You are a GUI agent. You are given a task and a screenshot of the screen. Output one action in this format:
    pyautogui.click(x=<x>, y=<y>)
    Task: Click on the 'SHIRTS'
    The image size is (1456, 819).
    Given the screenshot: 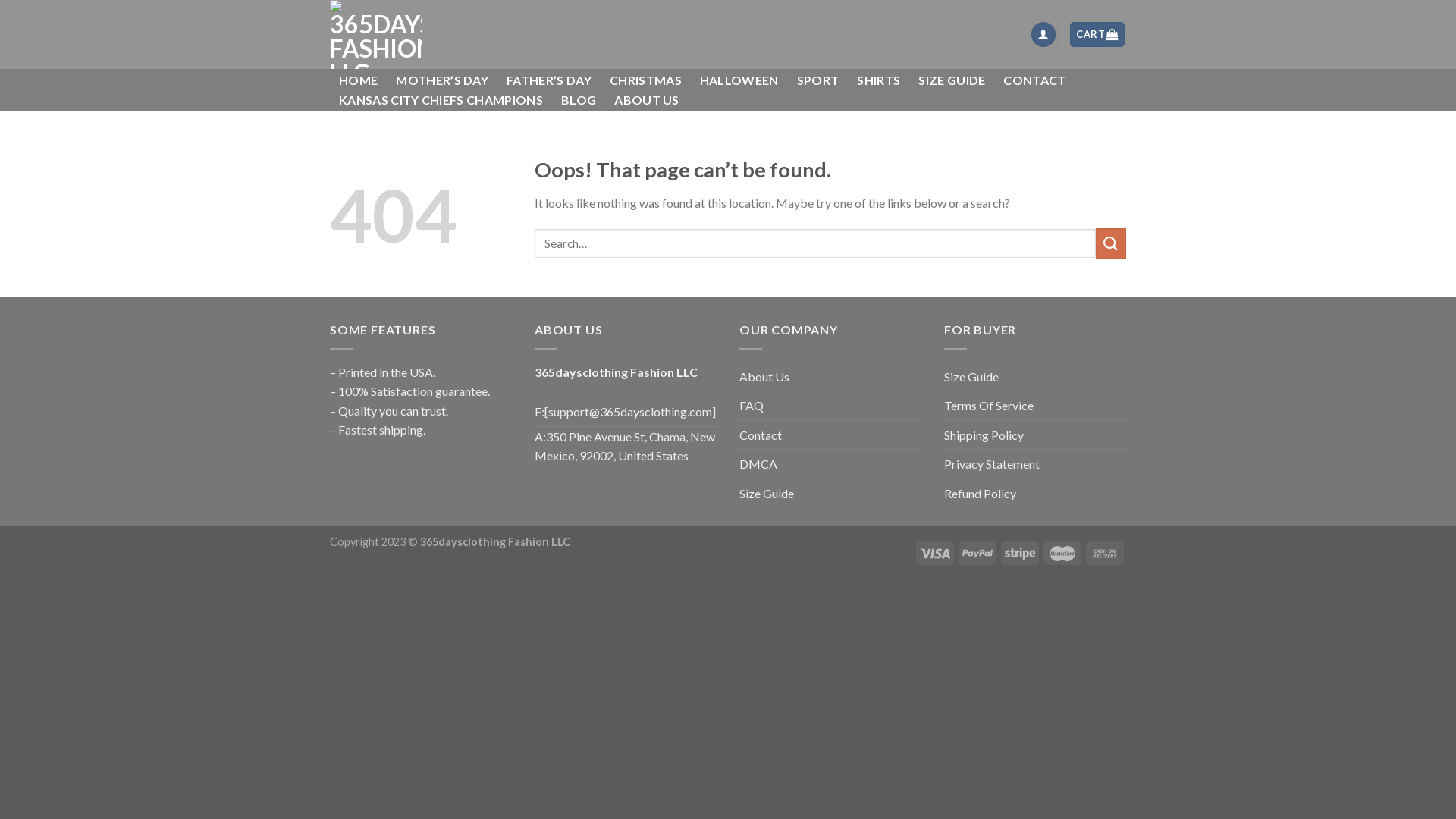 What is the action you would take?
    pyautogui.click(x=847, y=80)
    